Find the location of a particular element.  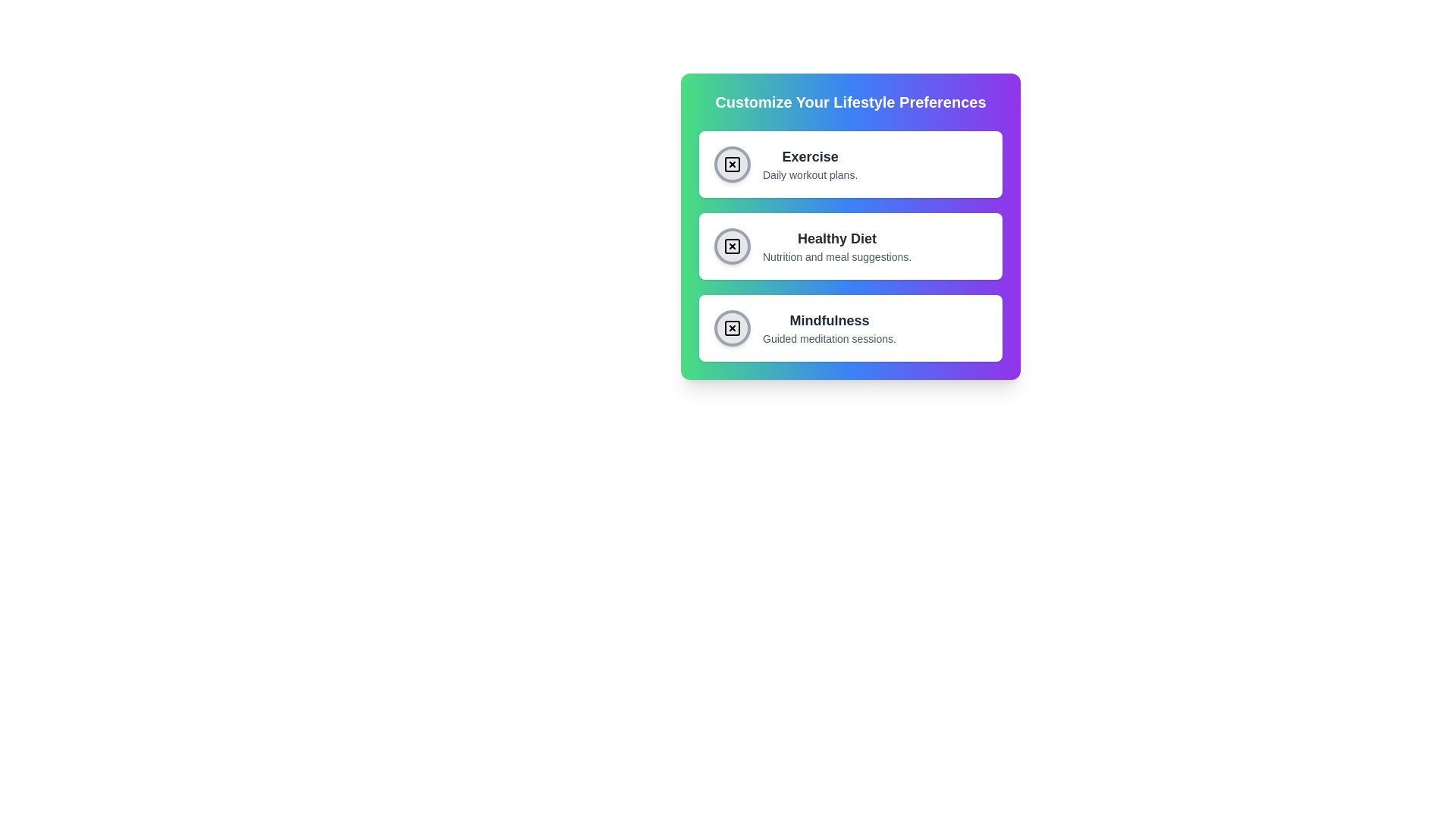

the circular Icon button with a light gray background and dark gray border is located at coordinates (732, 164).